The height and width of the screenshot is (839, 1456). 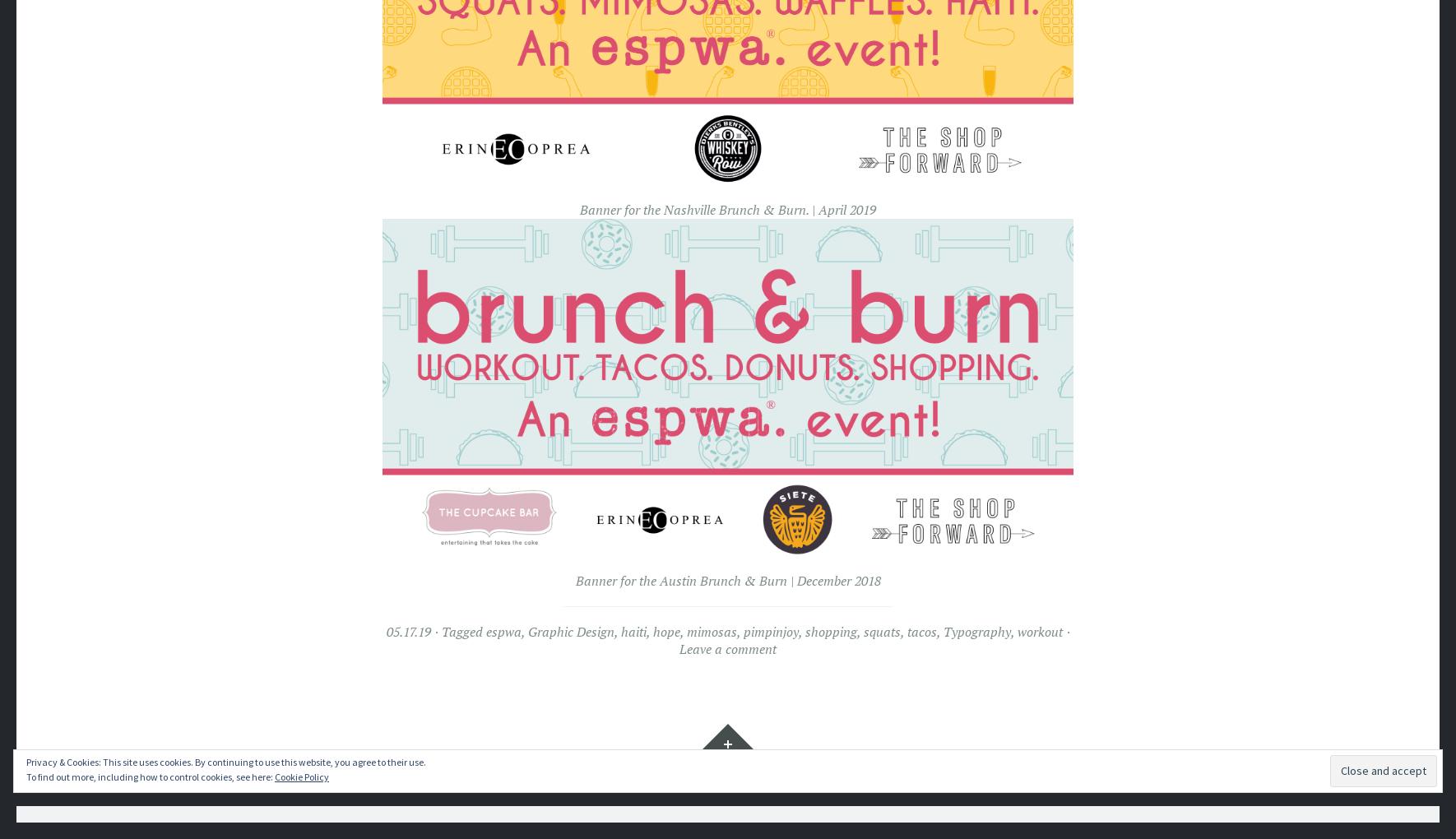 What do you see at coordinates (569, 630) in the screenshot?
I see `'Graphic Design'` at bounding box center [569, 630].